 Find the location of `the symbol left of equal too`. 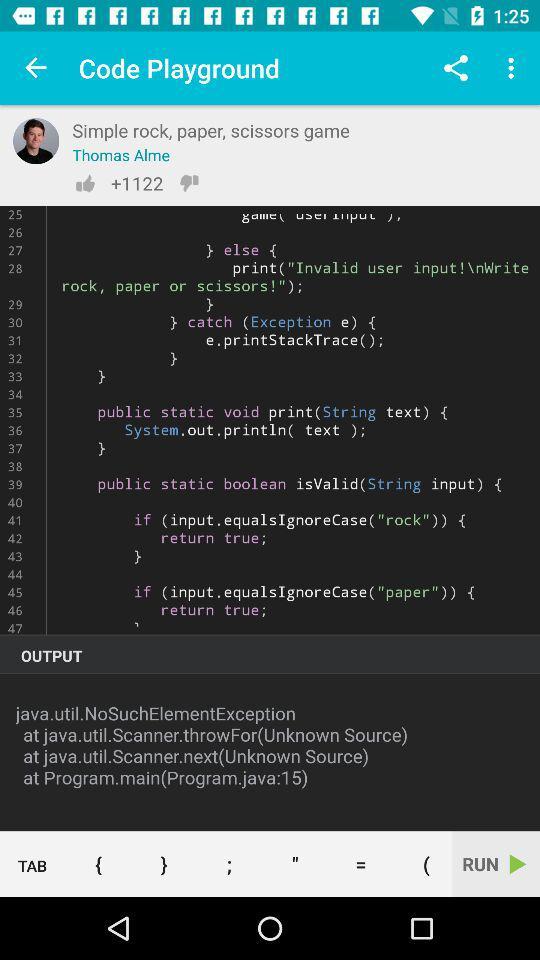

the symbol left of equal too is located at coordinates (294, 863).